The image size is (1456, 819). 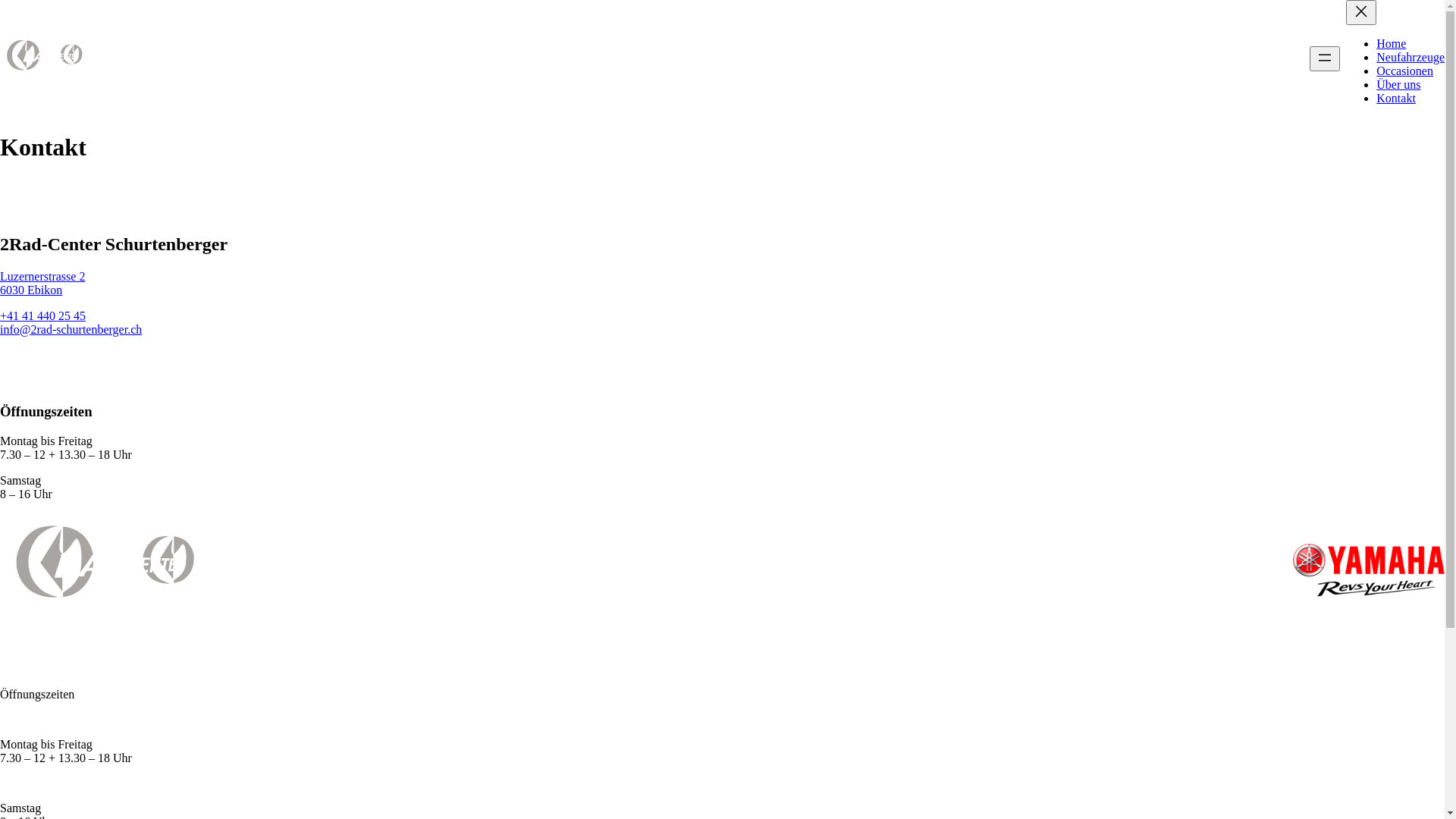 I want to click on 'Luzernerstrasse 2, so click(x=42, y=283).